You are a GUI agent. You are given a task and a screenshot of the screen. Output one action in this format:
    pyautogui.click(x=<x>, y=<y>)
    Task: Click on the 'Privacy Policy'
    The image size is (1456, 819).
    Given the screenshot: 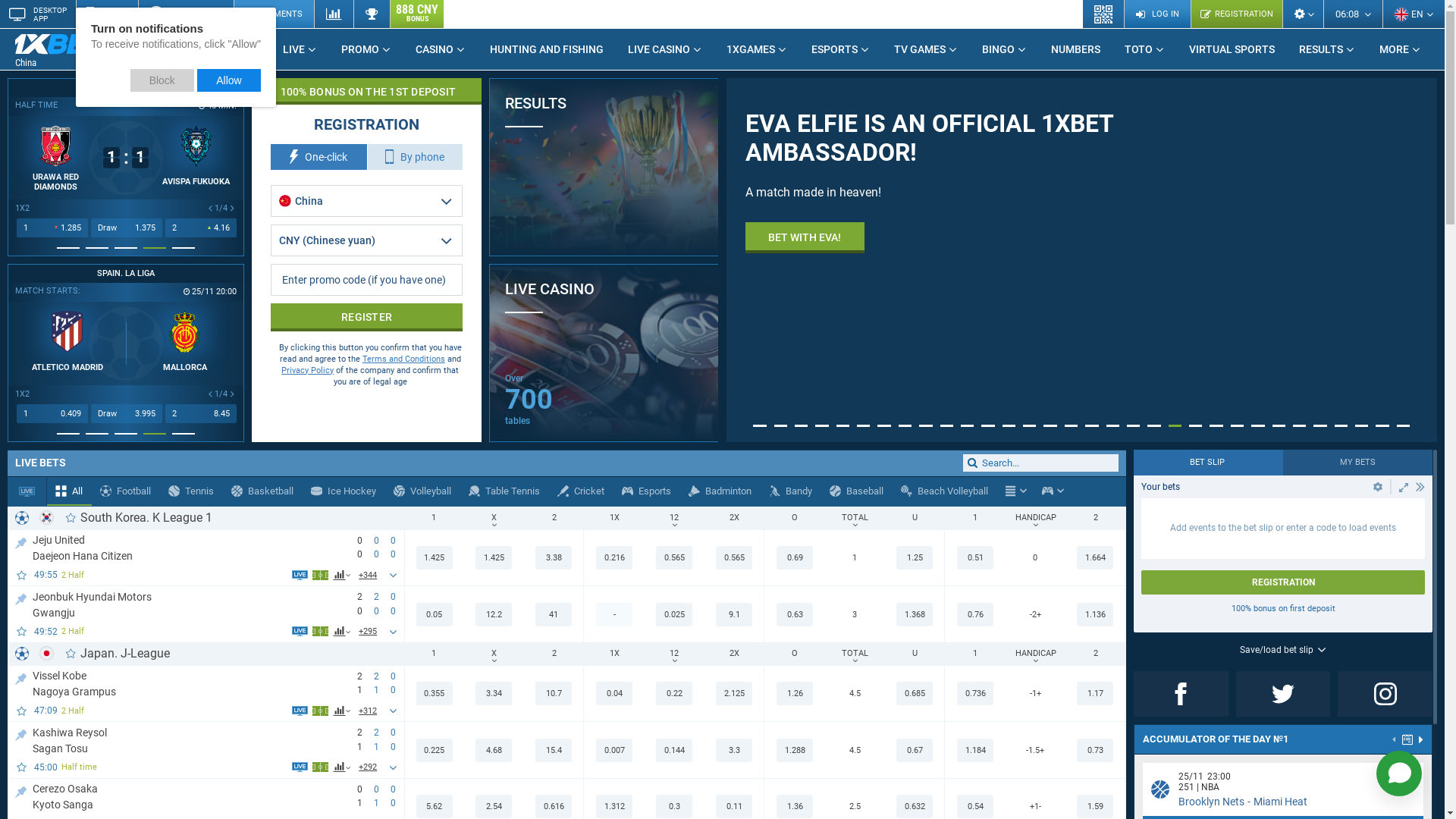 What is the action you would take?
    pyautogui.click(x=306, y=370)
    